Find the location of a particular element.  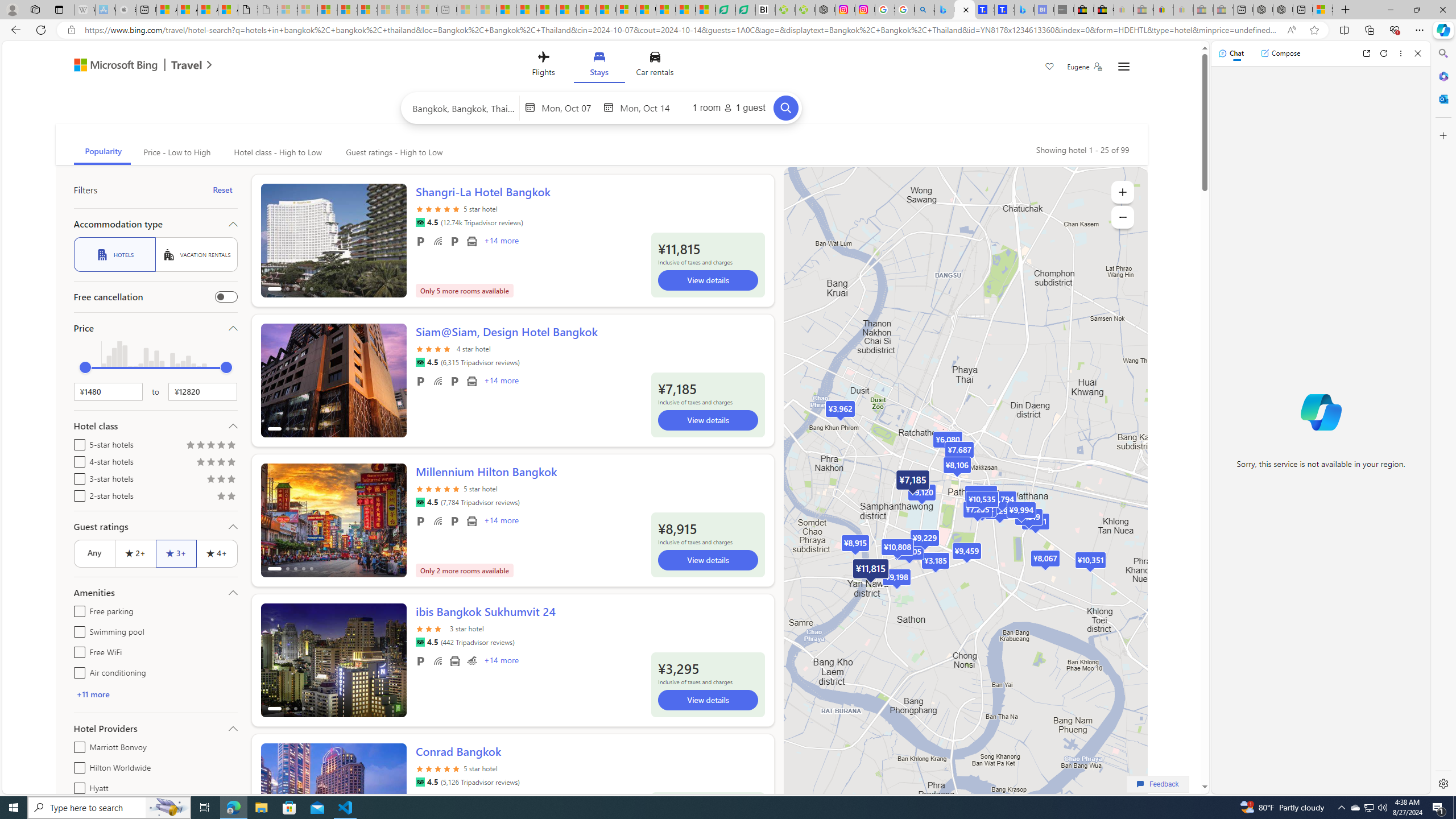

'Shangri-La Bangkok, Hotel reviews and Room rates' is located at coordinates (1004, 9).